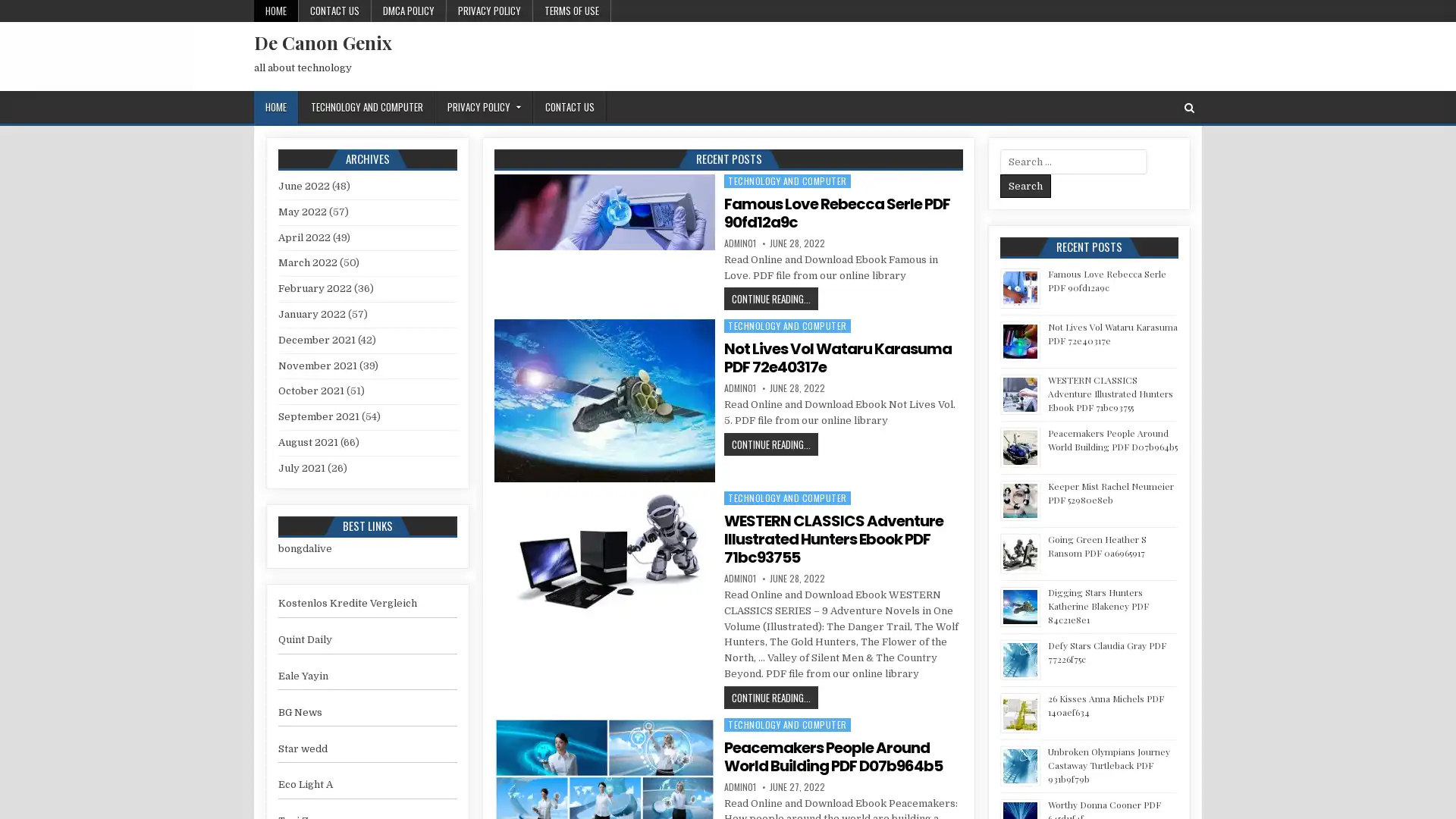 This screenshot has width=1456, height=819. Describe the element at coordinates (1025, 185) in the screenshot. I see `Search` at that location.